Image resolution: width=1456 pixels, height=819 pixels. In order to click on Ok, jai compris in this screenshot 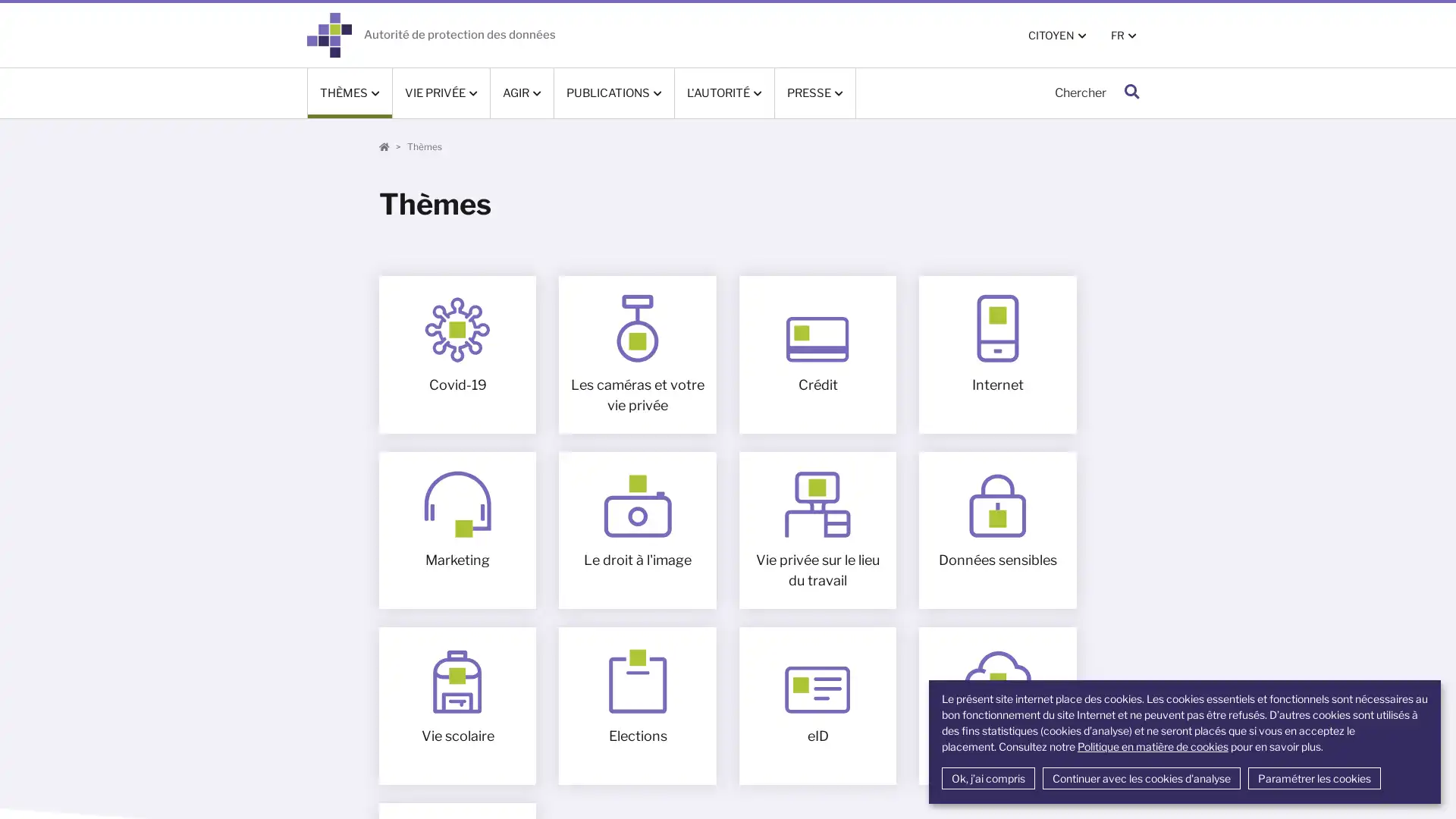, I will do `click(987, 778)`.